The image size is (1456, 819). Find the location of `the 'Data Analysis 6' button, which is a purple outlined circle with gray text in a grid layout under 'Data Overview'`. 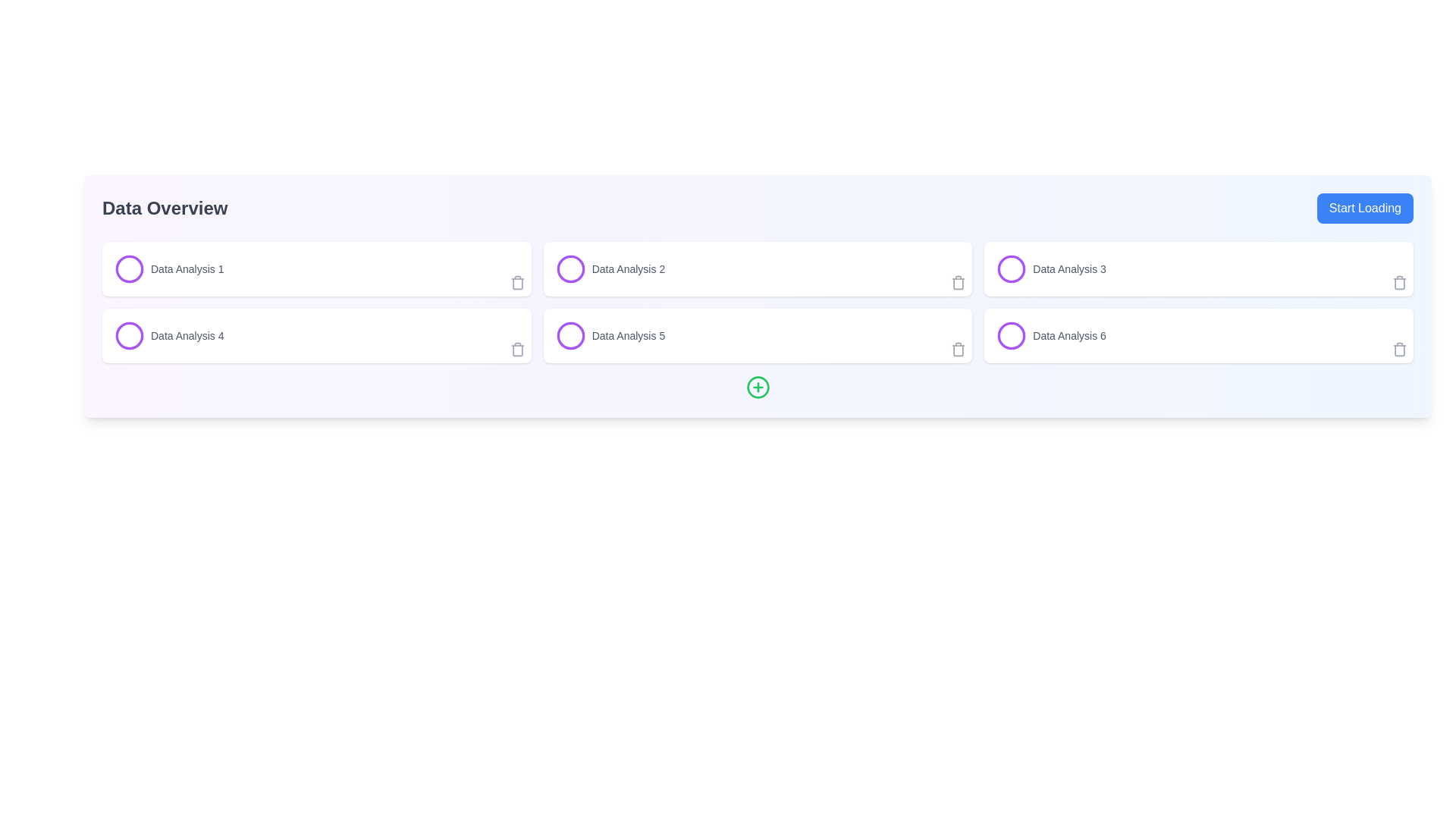

the 'Data Analysis 6' button, which is a purple outlined circle with gray text in a grid layout under 'Data Overview' is located at coordinates (1050, 335).